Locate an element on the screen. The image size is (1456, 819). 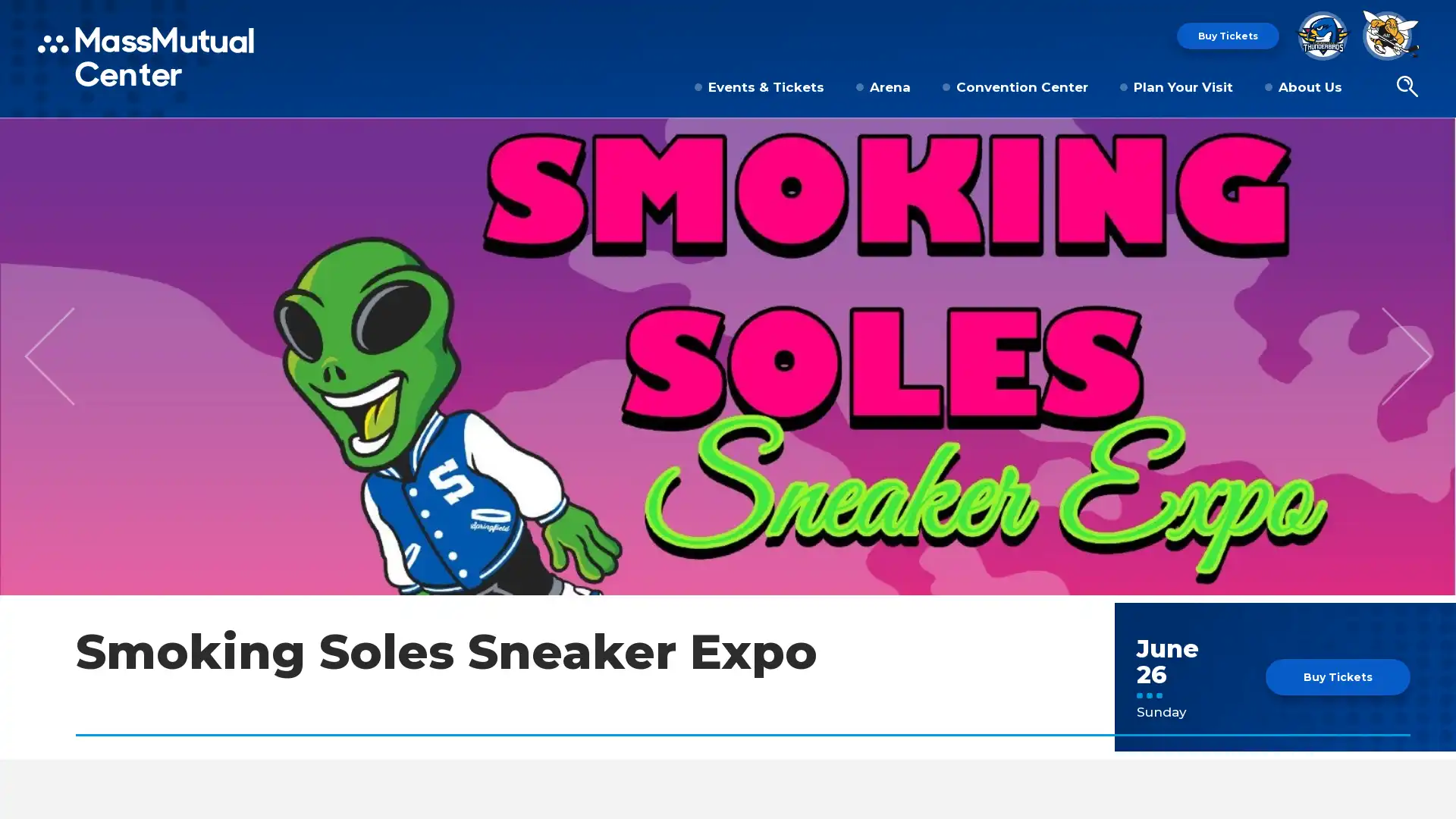
Toggle Search is located at coordinates (1406, 87).